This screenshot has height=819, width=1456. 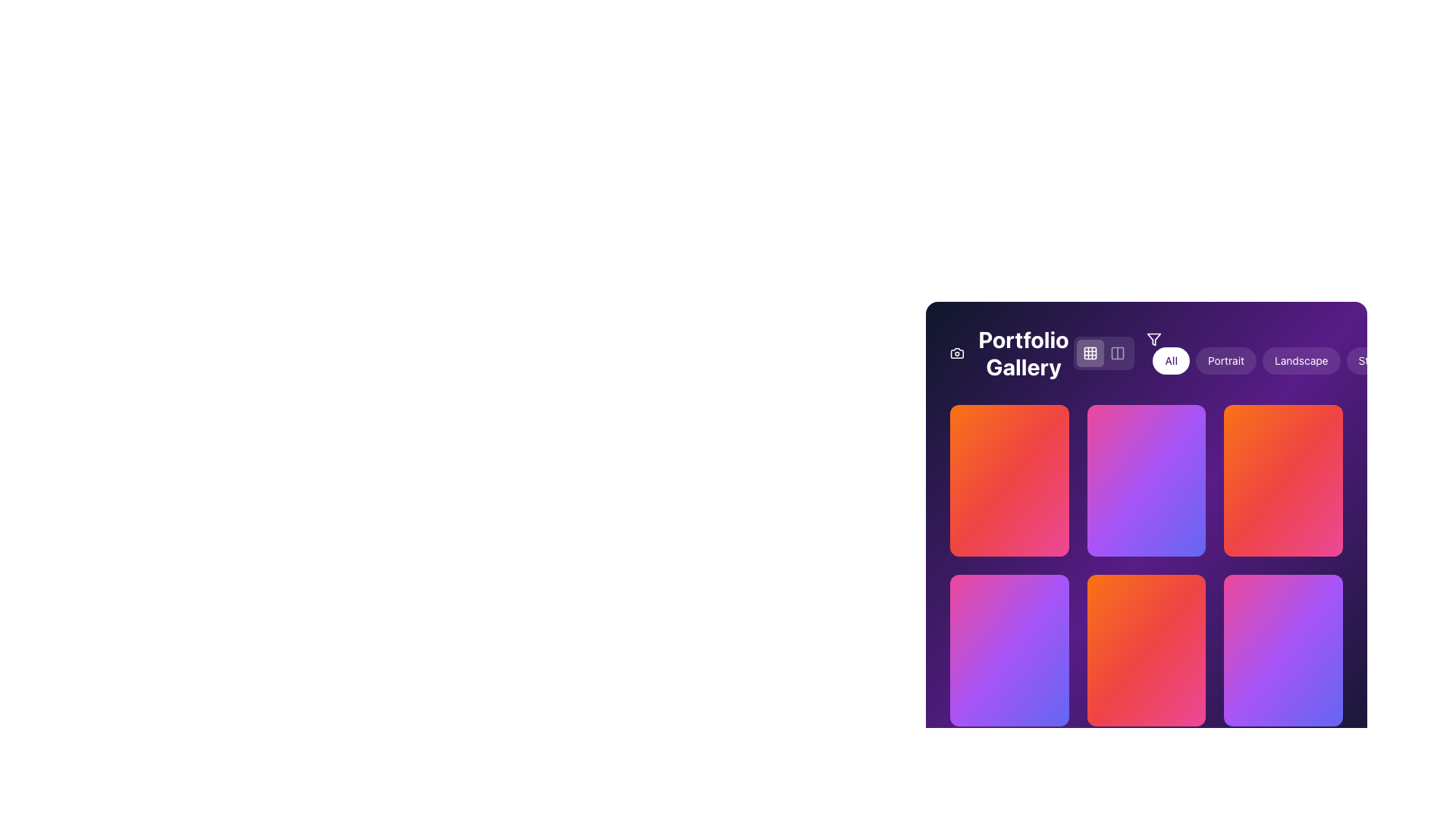 I want to click on the funnel-shaped filter icon located in the top right corner of the UI, so click(x=1153, y=338).